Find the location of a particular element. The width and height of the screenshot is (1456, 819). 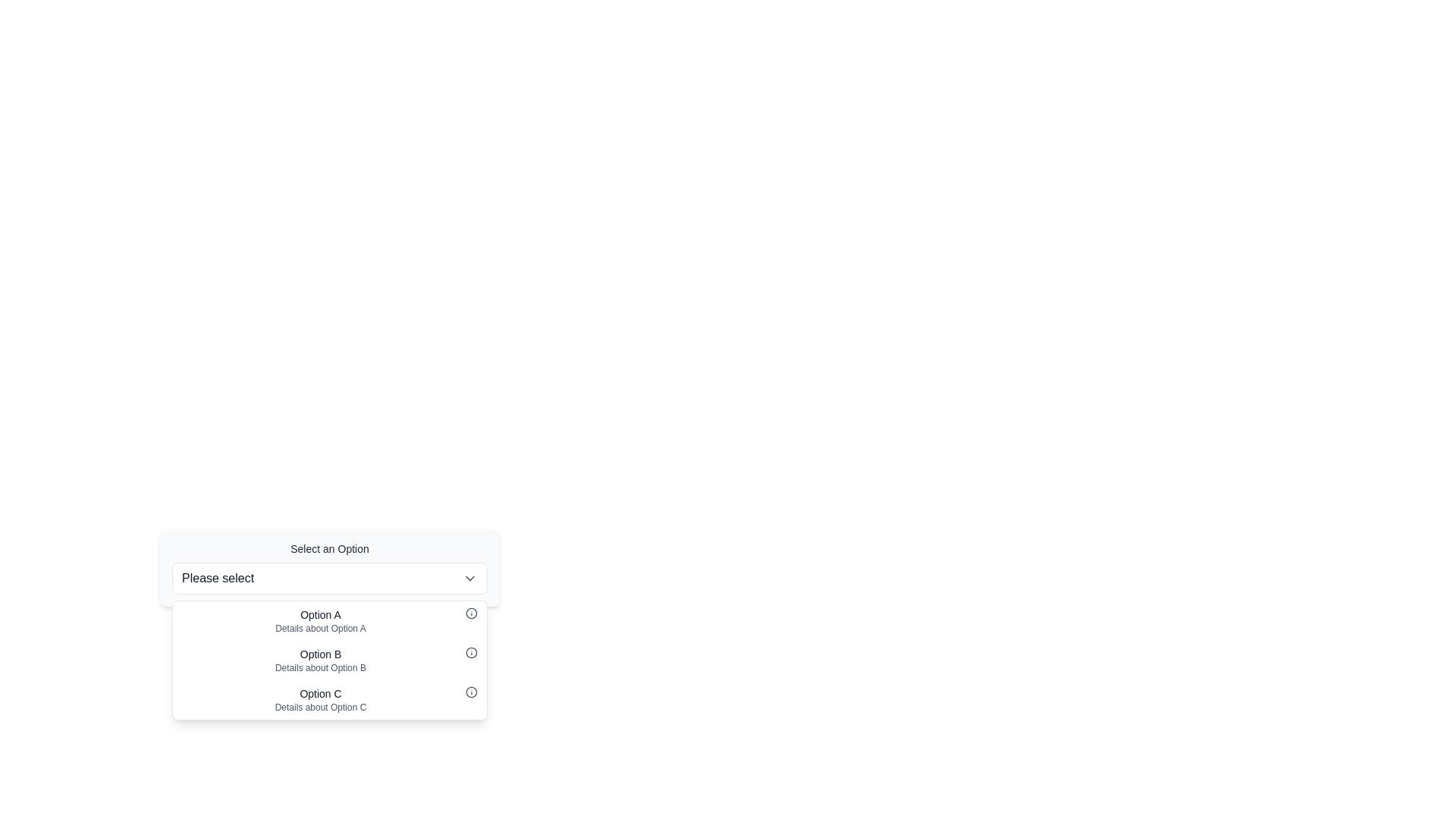

the selectable option labeled 'Option A' is located at coordinates (329, 620).